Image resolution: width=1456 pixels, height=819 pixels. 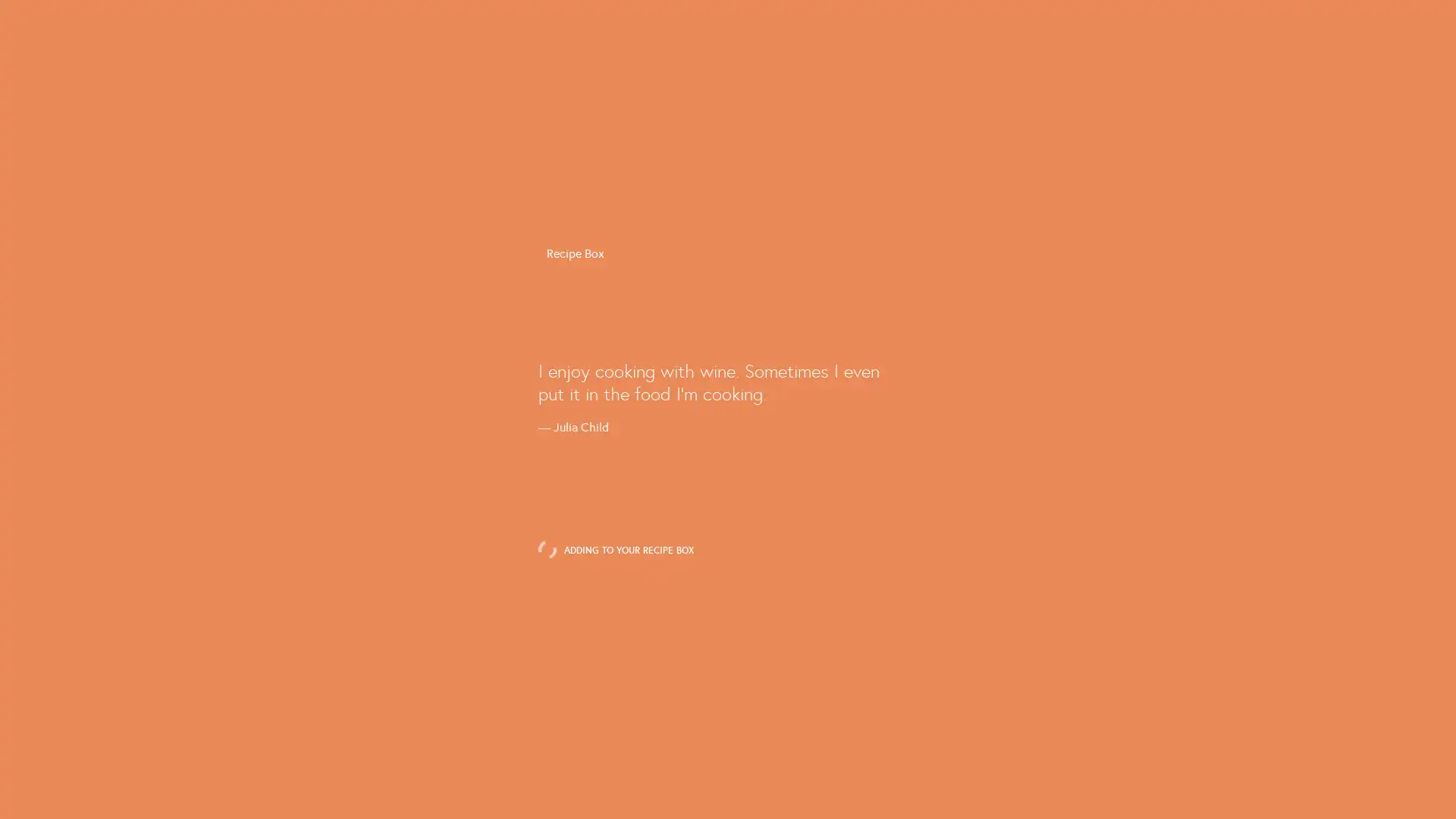 I want to click on Connect with Email, so click(x=726, y=509).